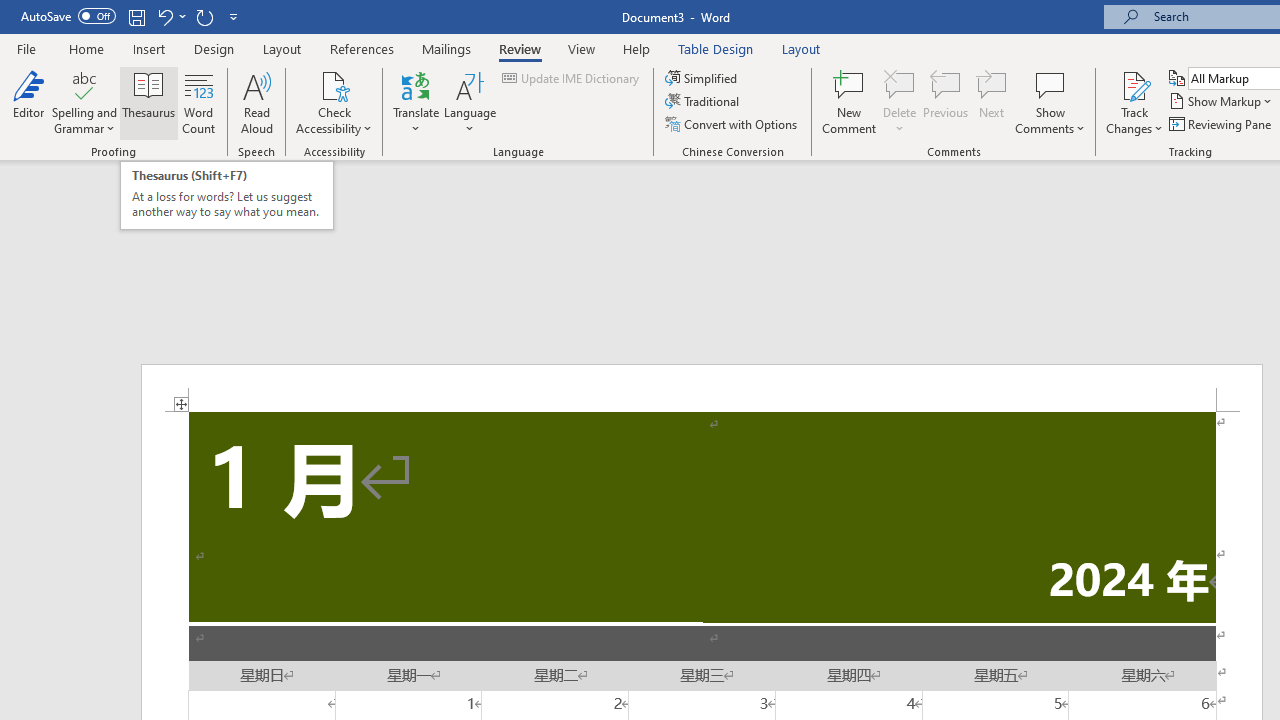 The image size is (1280, 720). What do you see at coordinates (731, 124) in the screenshot?
I see `'Convert with Options...'` at bounding box center [731, 124].